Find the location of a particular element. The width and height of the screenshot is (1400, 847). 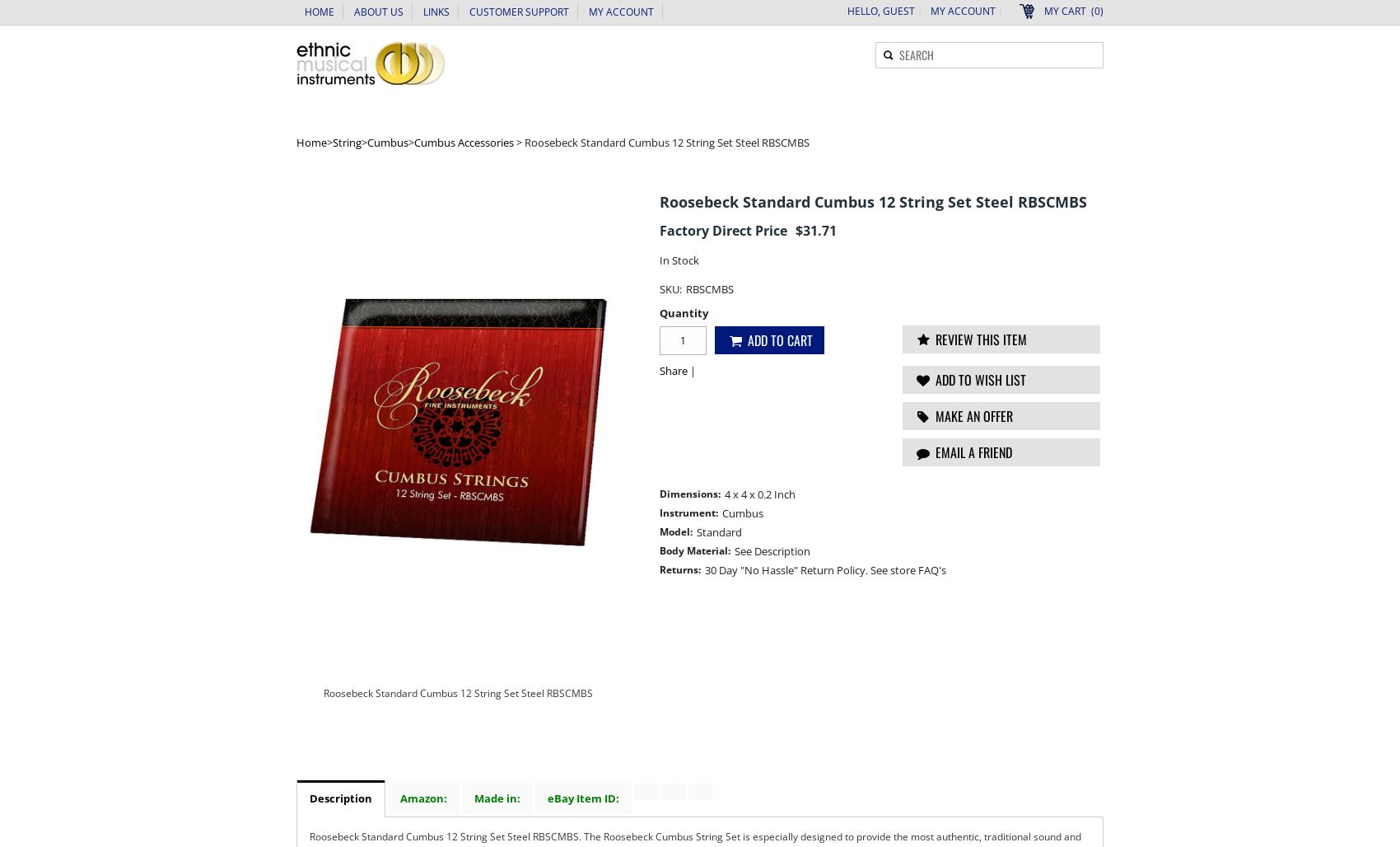

'Guest' is located at coordinates (898, 11).